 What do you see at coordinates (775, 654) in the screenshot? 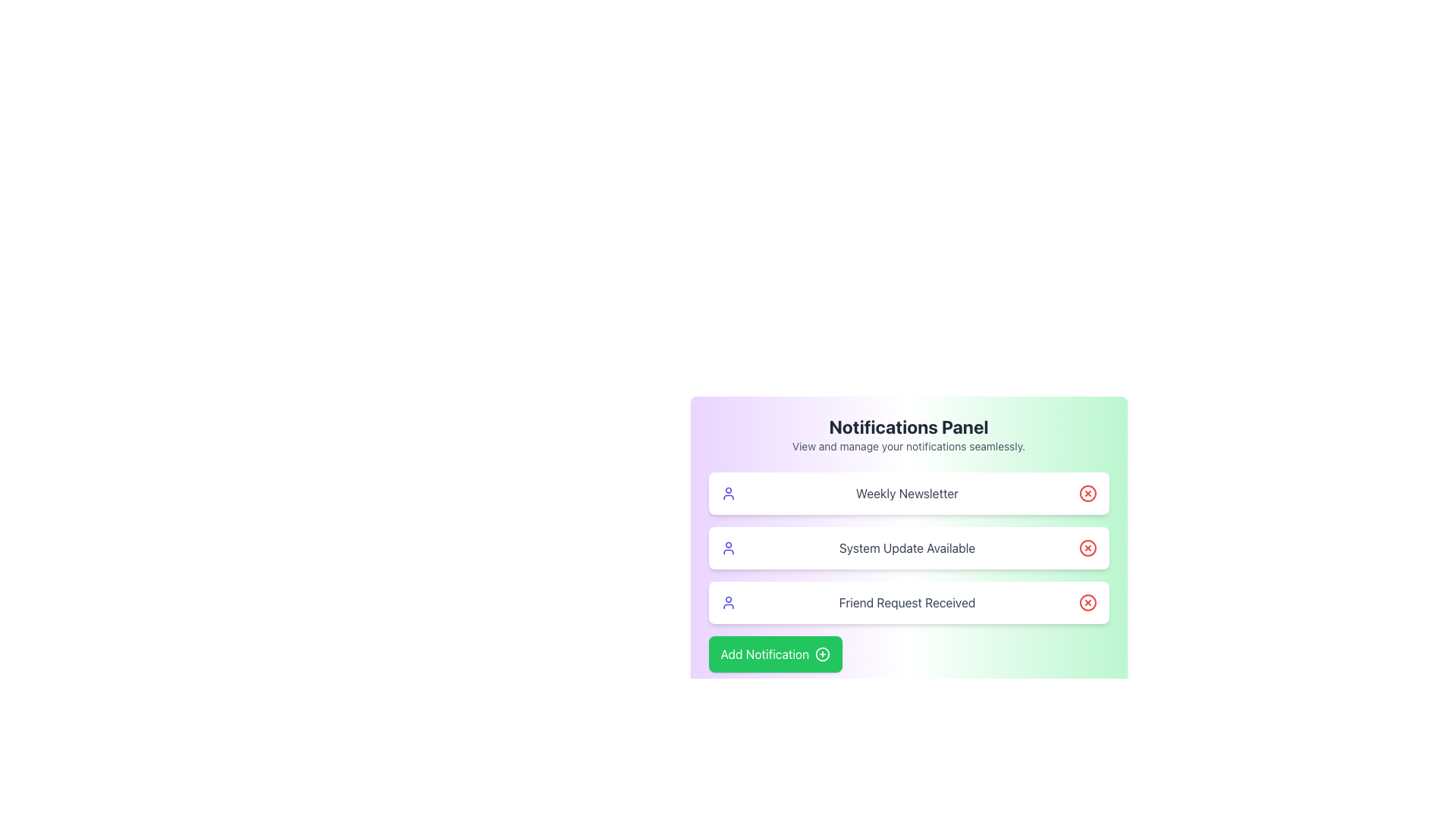
I see `the 'Add Notification' button located at the bottom of the notifications panel to observe the color change` at bounding box center [775, 654].